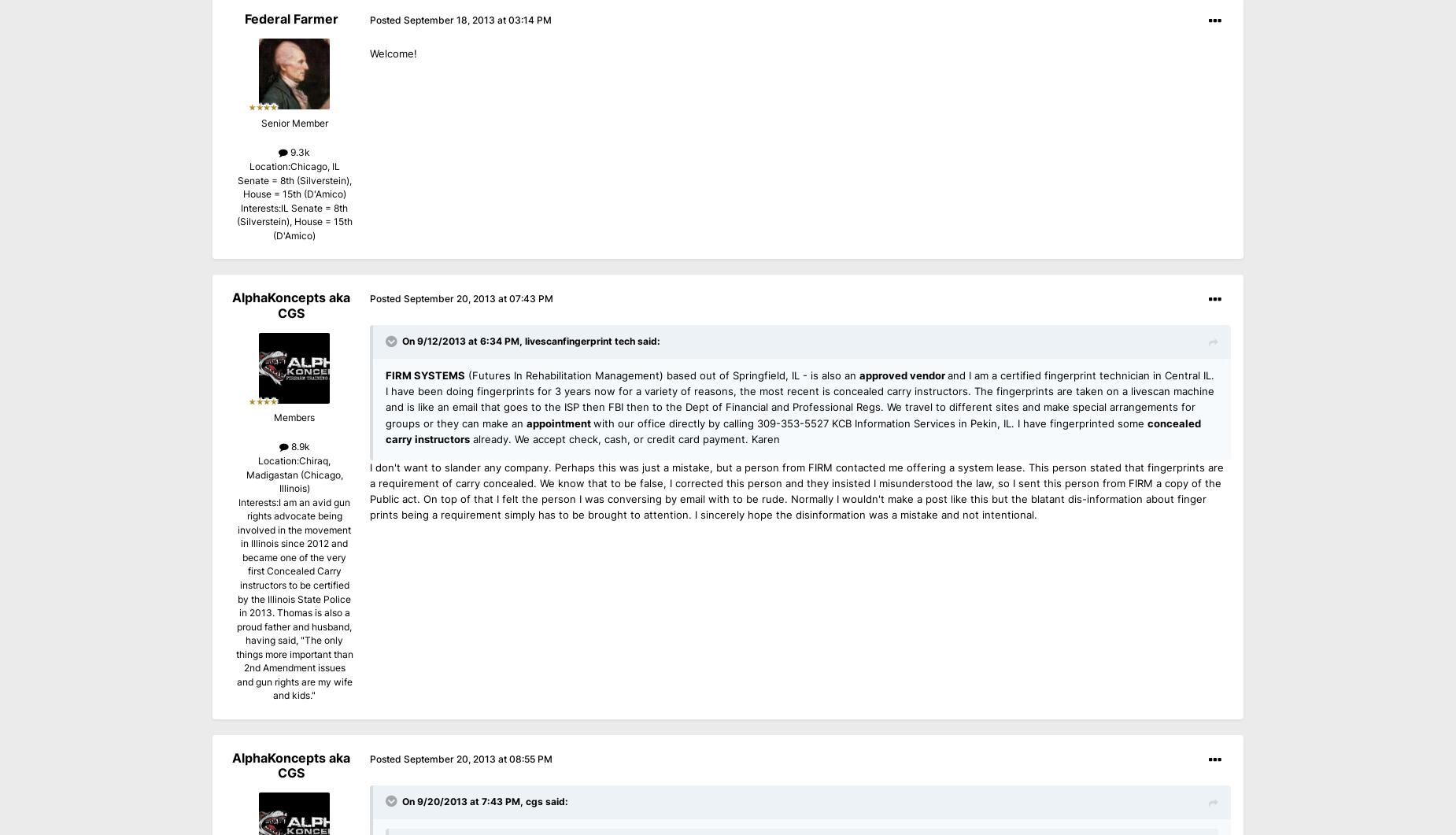  Describe the element at coordinates (531, 341) in the screenshot. I see `'On 9/12/2013 at 6:34 PM, livescanfingerprint tech said:'` at that location.